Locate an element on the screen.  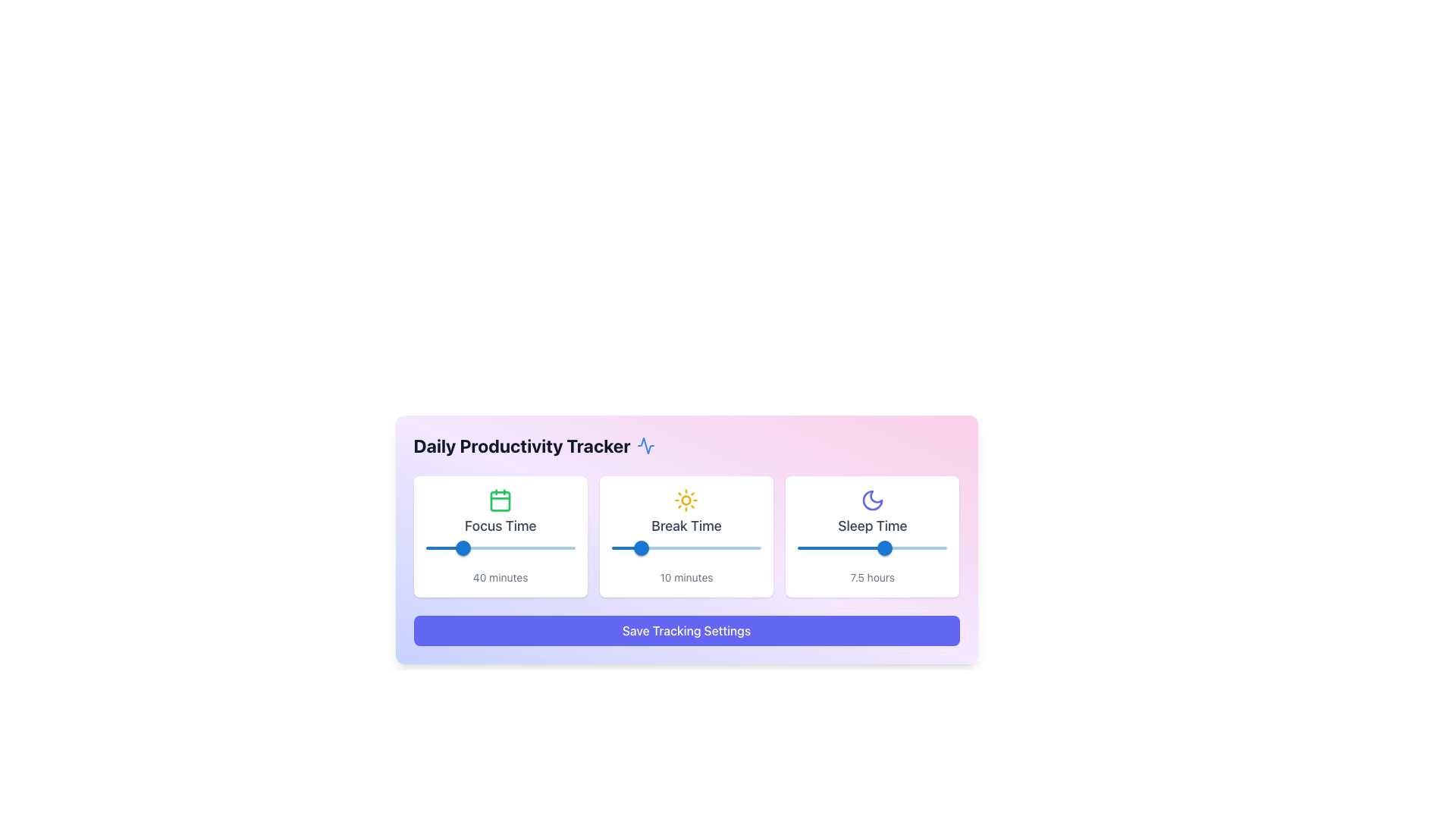
the 'Focus Time' slider is located at coordinates (411, 546).